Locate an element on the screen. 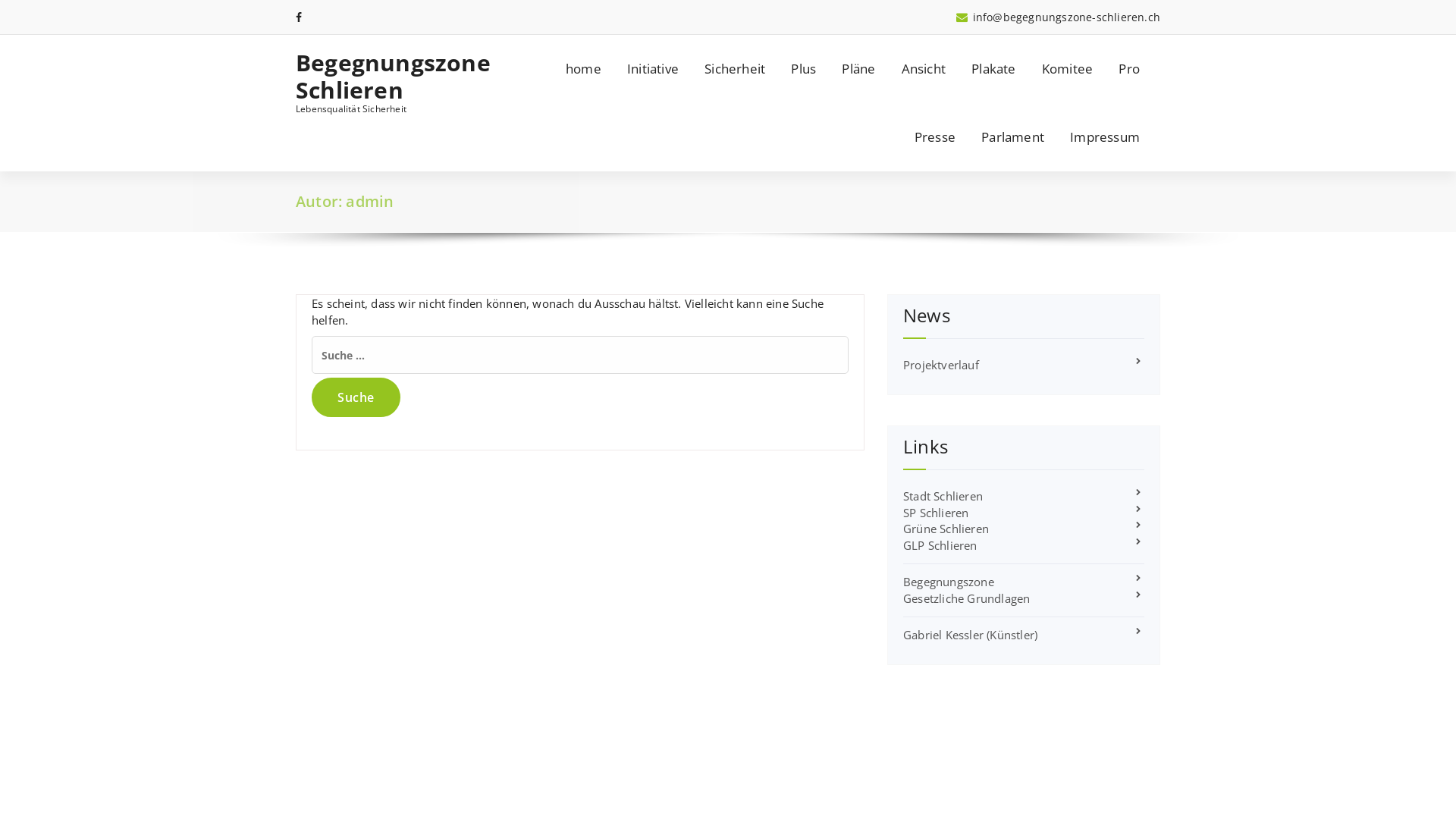  'SP Schlieren' is located at coordinates (934, 512).